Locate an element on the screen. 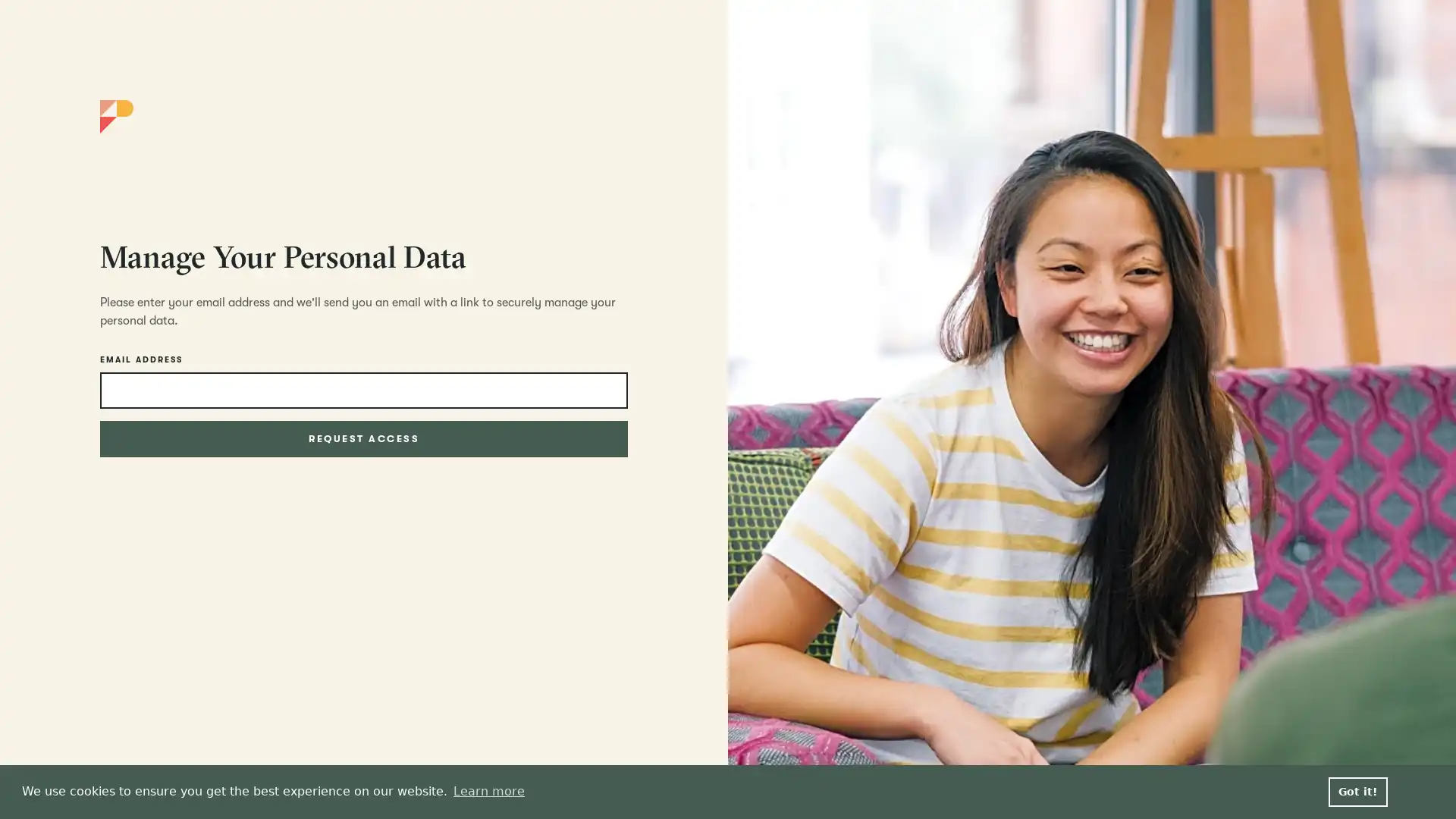 The image size is (1456, 819). learn more about cookies is located at coordinates (488, 791).